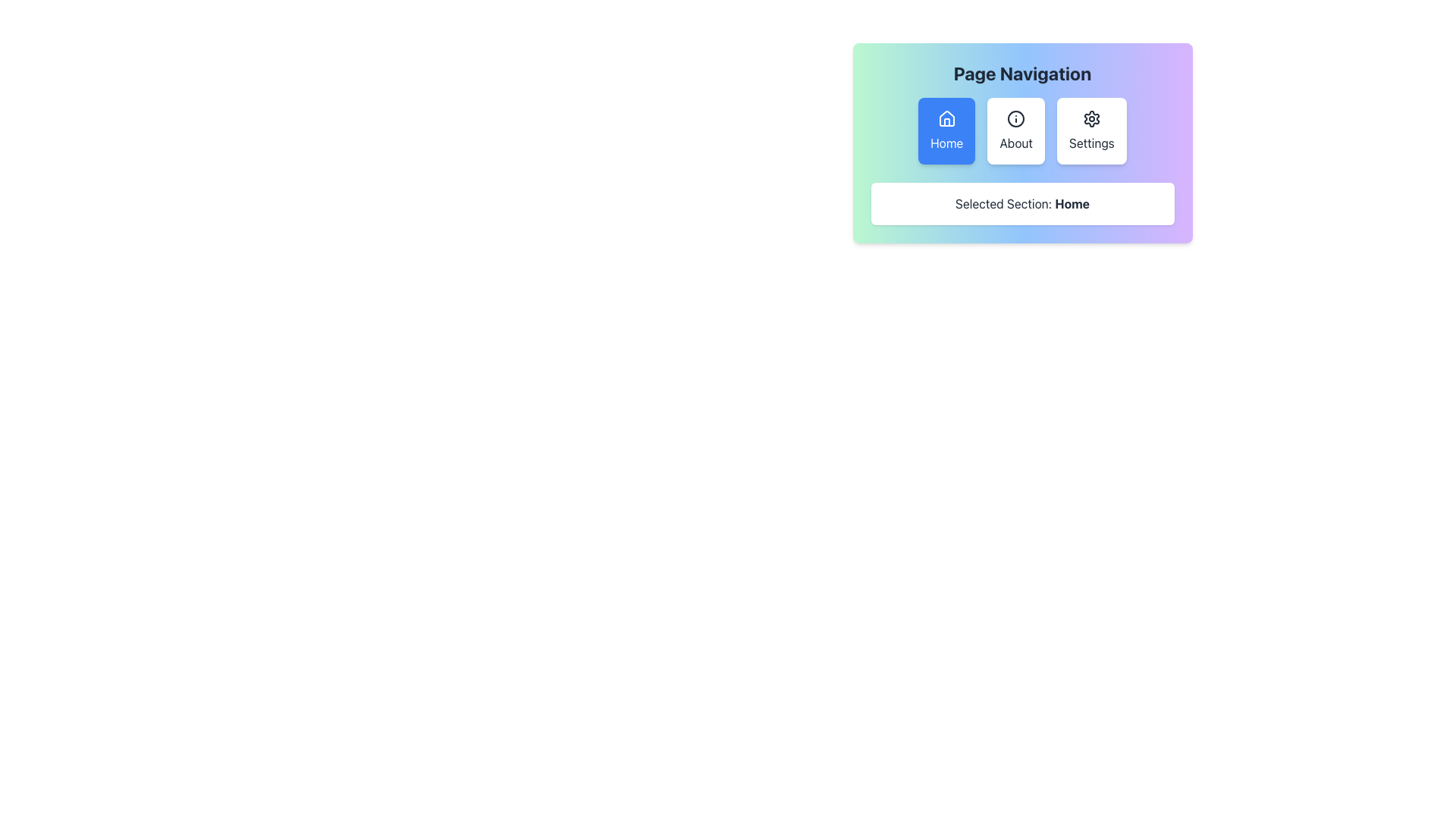 This screenshot has height=819, width=1456. I want to click on text label displaying 'Home' located at the bottom center of the blue rectangular background of the 'Home' navigation button in the 'Page Navigation' panel, so click(946, 143).